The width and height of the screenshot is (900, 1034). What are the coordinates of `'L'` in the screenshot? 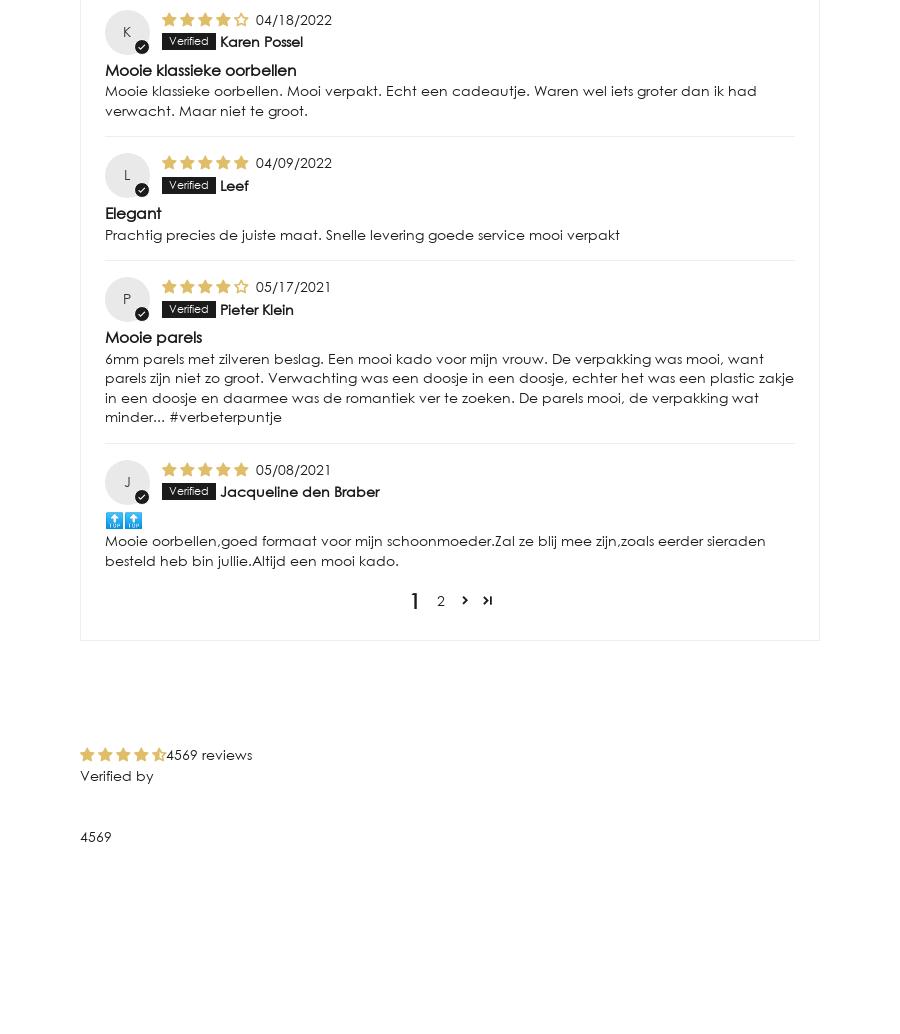 It's located at (126, 174).